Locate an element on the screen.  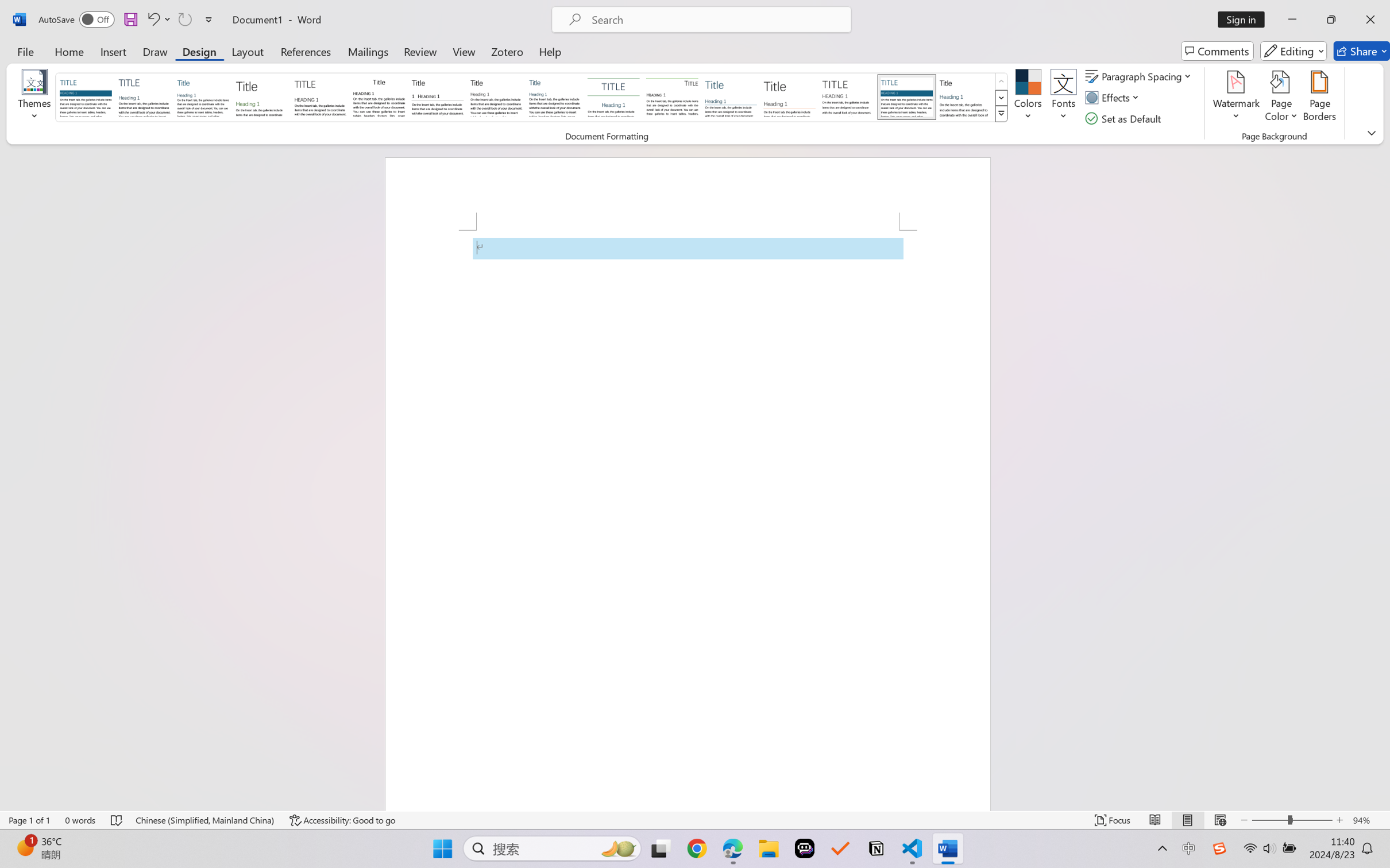
'Can' is located at coordinates (184, 19).